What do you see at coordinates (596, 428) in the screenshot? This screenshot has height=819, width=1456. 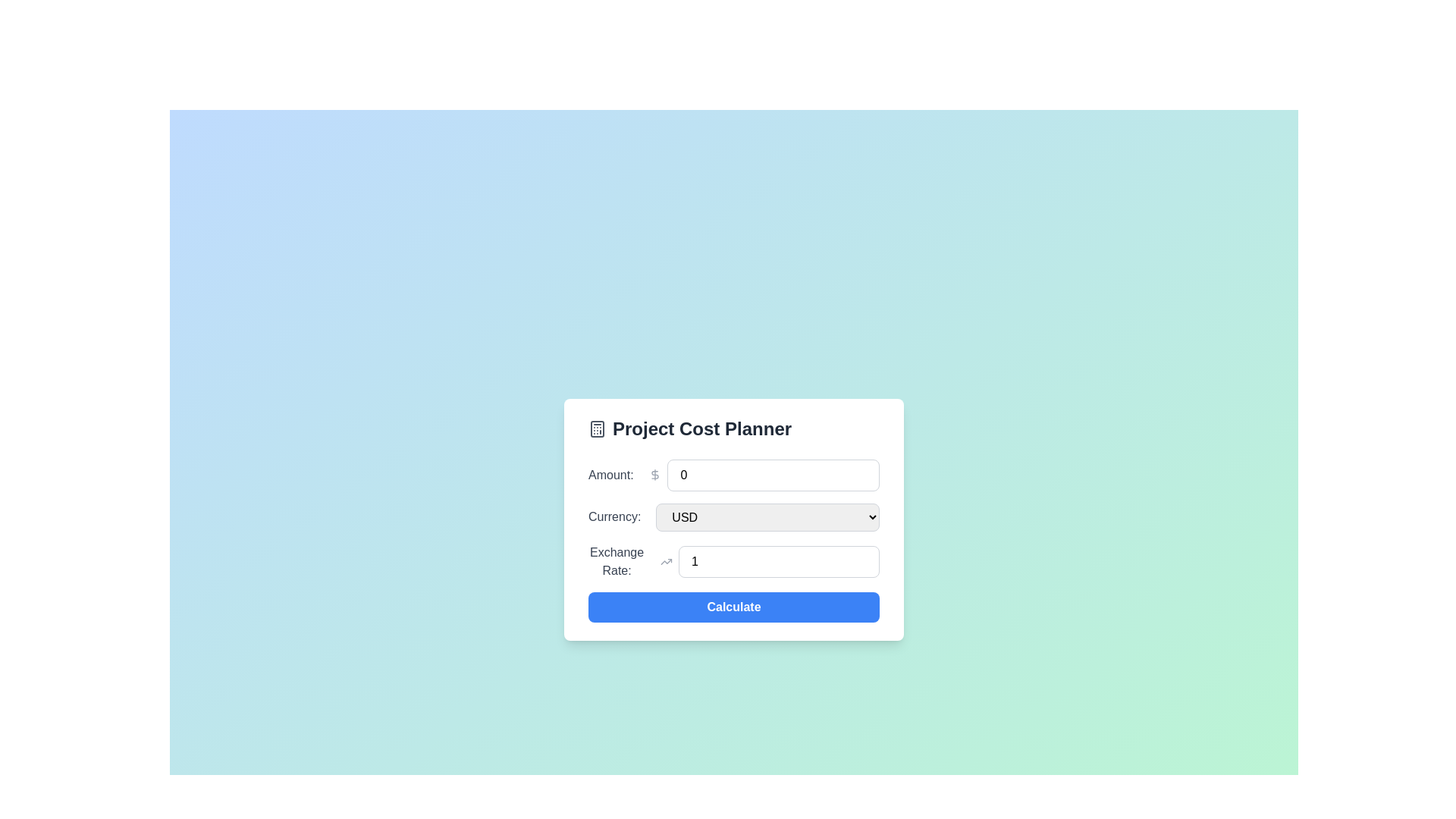 I see `the calculator icon with a rectangular border that represents the 'Project Cost Planner' function, located in the header section of the financial application` at bounding box center [596, 428].